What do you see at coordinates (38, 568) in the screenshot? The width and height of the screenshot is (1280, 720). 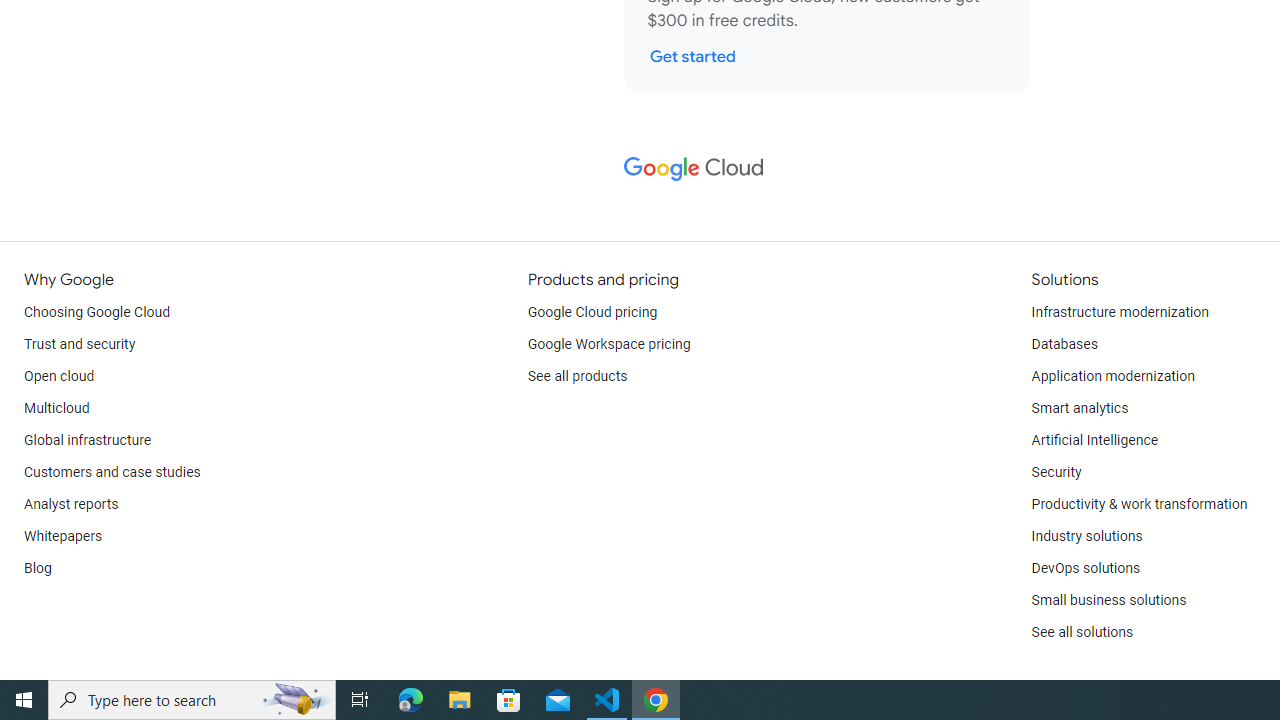 I see `'Blog'` at bounding box center [38, 568].